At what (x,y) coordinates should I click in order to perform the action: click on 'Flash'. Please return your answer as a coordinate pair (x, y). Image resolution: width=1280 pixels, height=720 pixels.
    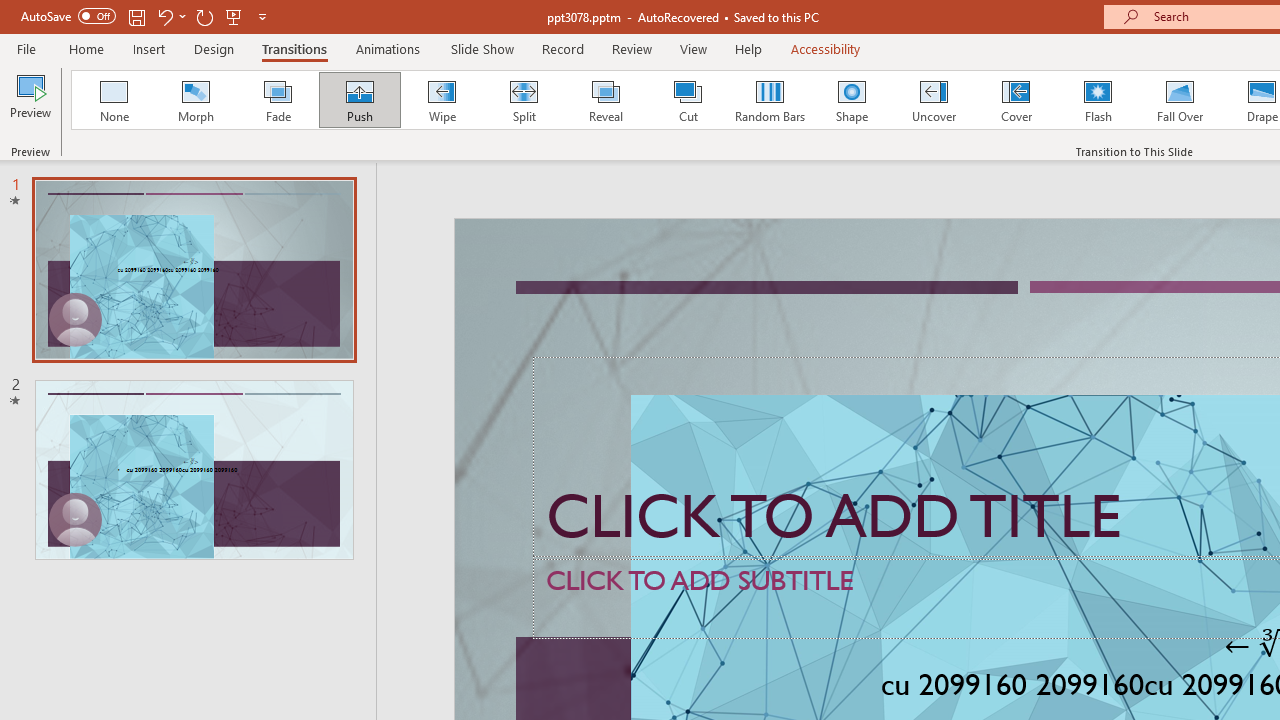
    Looking at the image, I should click on (1097, 100).